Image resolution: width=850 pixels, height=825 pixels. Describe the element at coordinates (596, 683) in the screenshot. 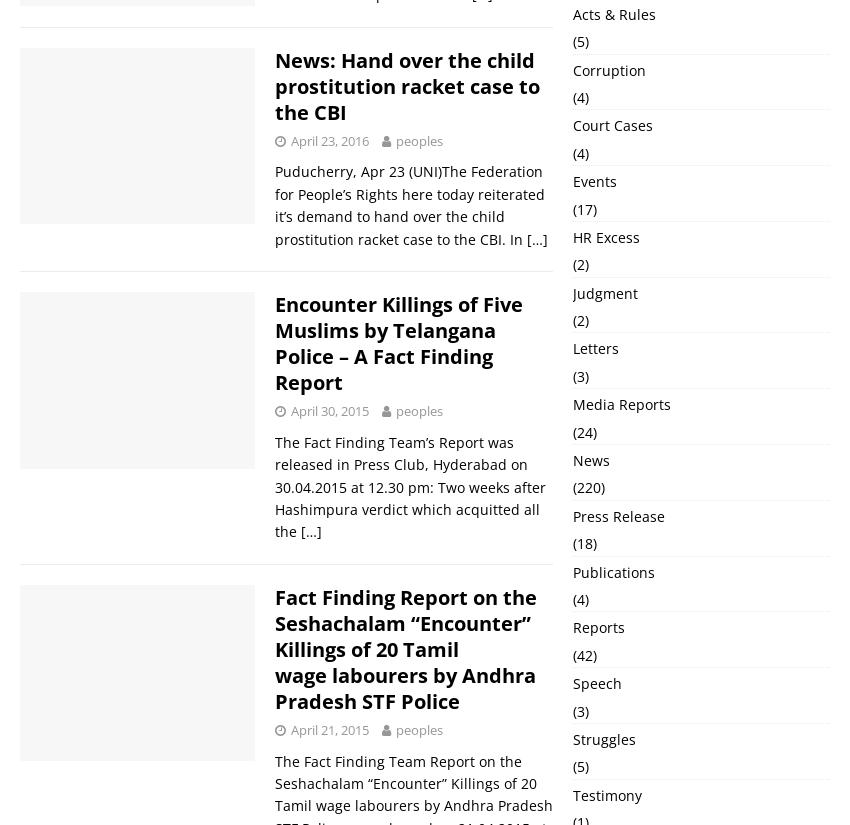

I see `'Speech'` at that location.